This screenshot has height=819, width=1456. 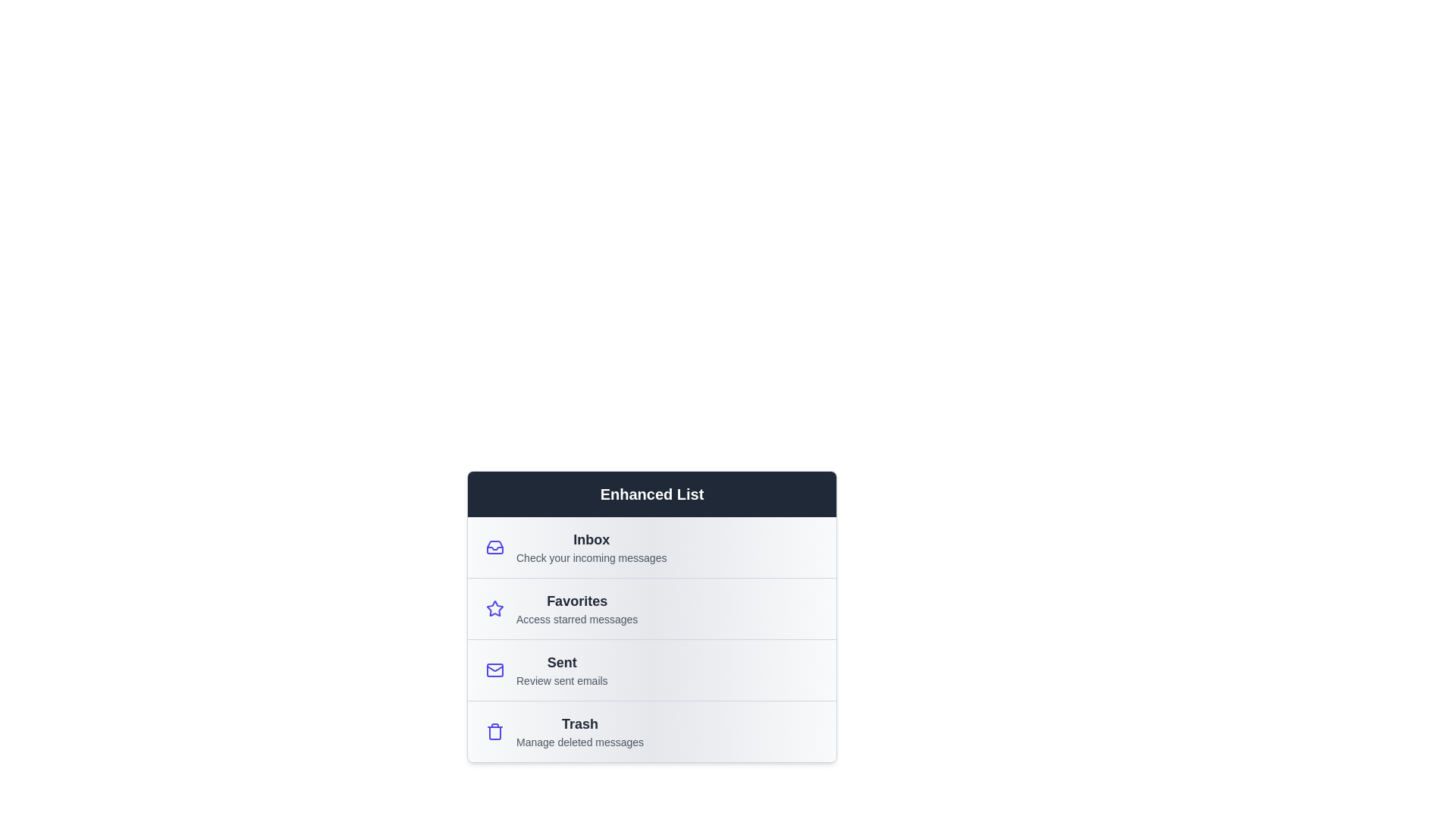 What do you see at coordinates (494, 607) in the screenshot?
I see `the star-shaped icon representing the 'Favorites' feature, which is located to the left of the text 'Favorites' in the vertical options menu` at bounding box center [494, 607].